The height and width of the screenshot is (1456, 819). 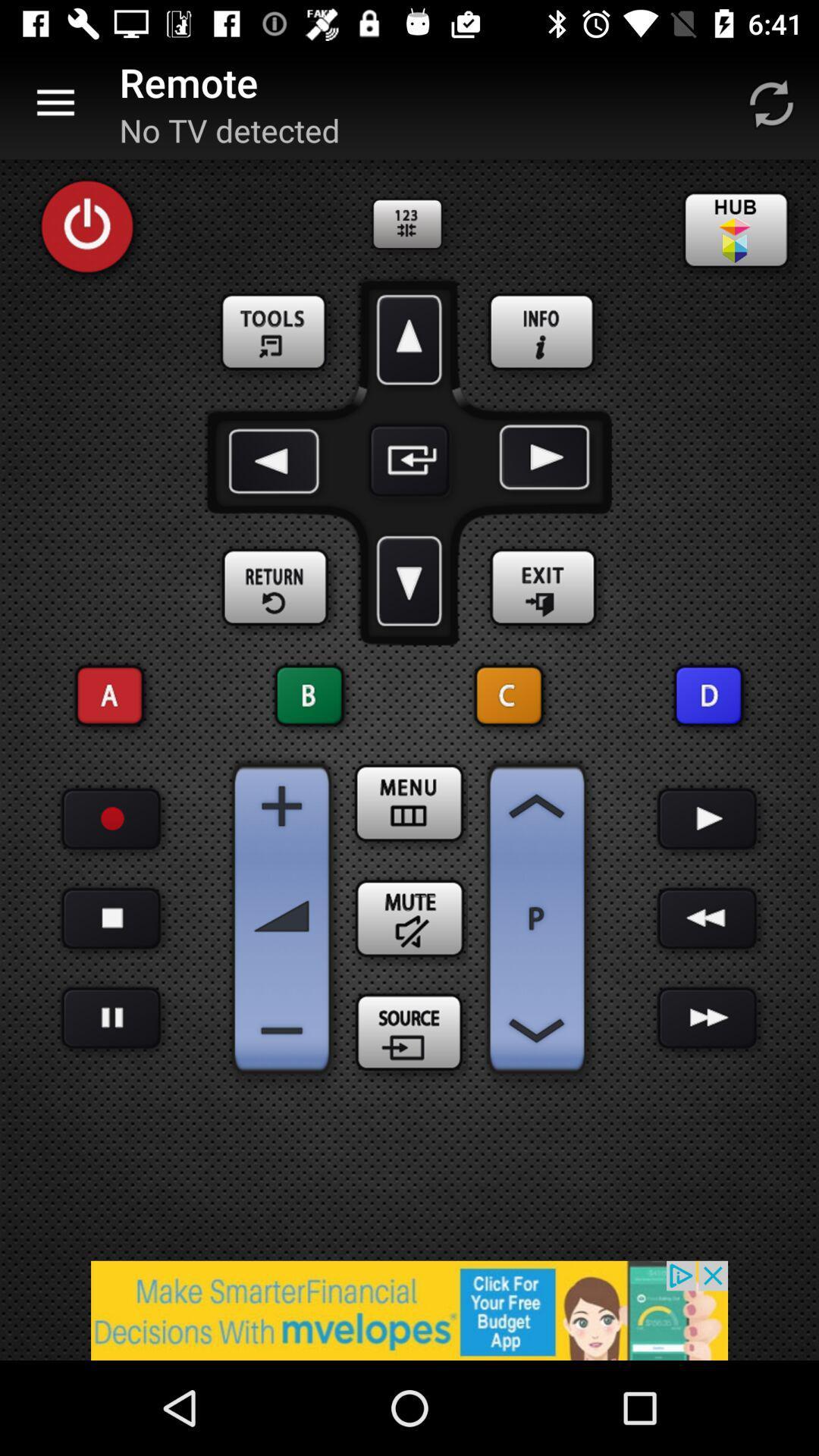 I want to click on return back, so click(x=275, y=587).